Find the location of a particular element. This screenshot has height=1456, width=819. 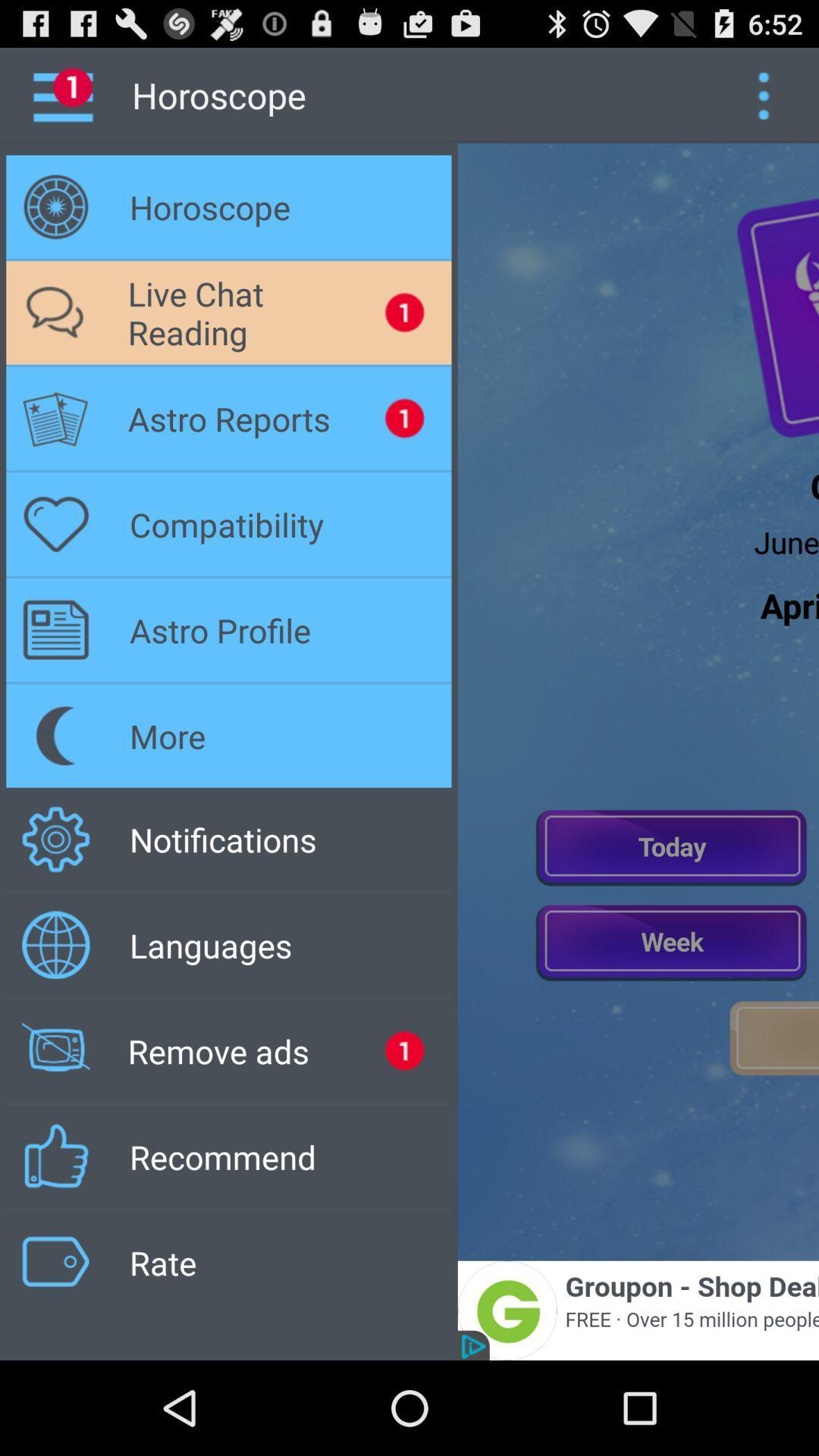

recommend option icon on left side is located at coordinates (55, 1156).